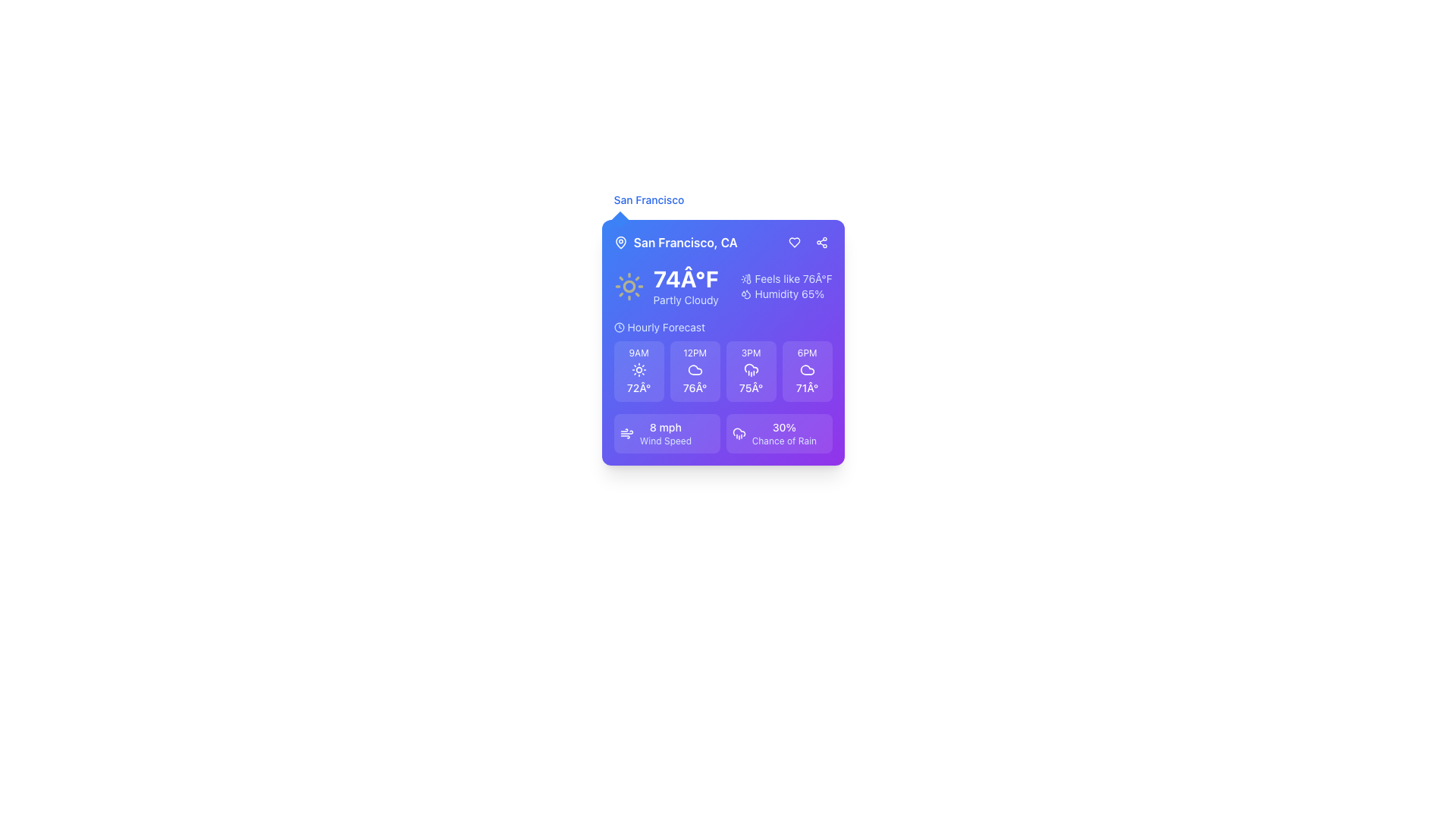 This screenshot has width=1456, height=819. What do you see at coordinates (685, 242) in the screenshot?
I see `the static text label displaying 'San Francisco, CA' which is styled with a bold font and has a blue gradient background, located at the top left corner of the weather details card` at bounding box center [685, 242].